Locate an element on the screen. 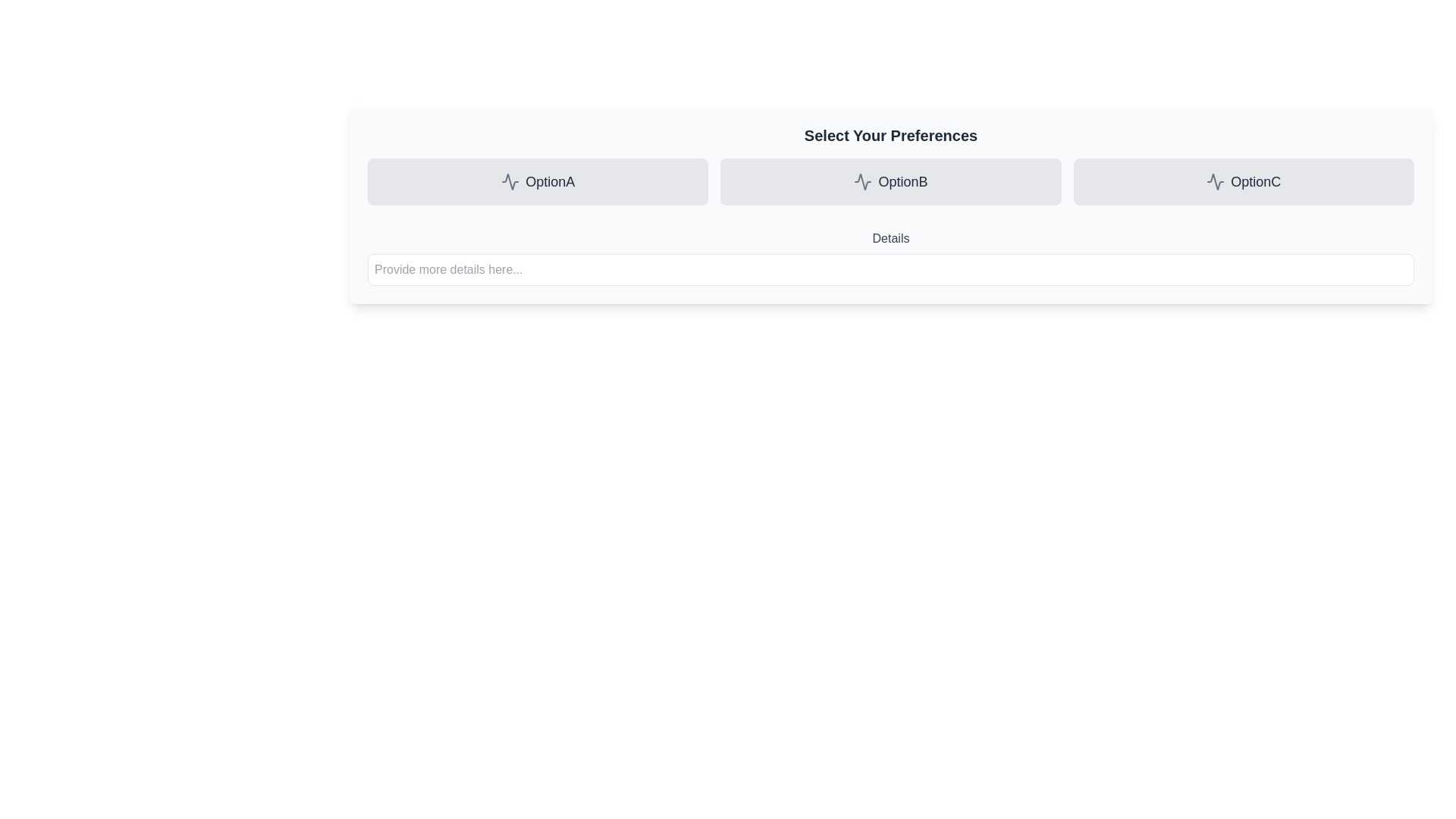 Image resolution: width=1456 pixels, height=819 pixels. the text label element reading 'Details', which is styled in grey with a bold font and positioned above the input box is located at coordinates (891, 239).